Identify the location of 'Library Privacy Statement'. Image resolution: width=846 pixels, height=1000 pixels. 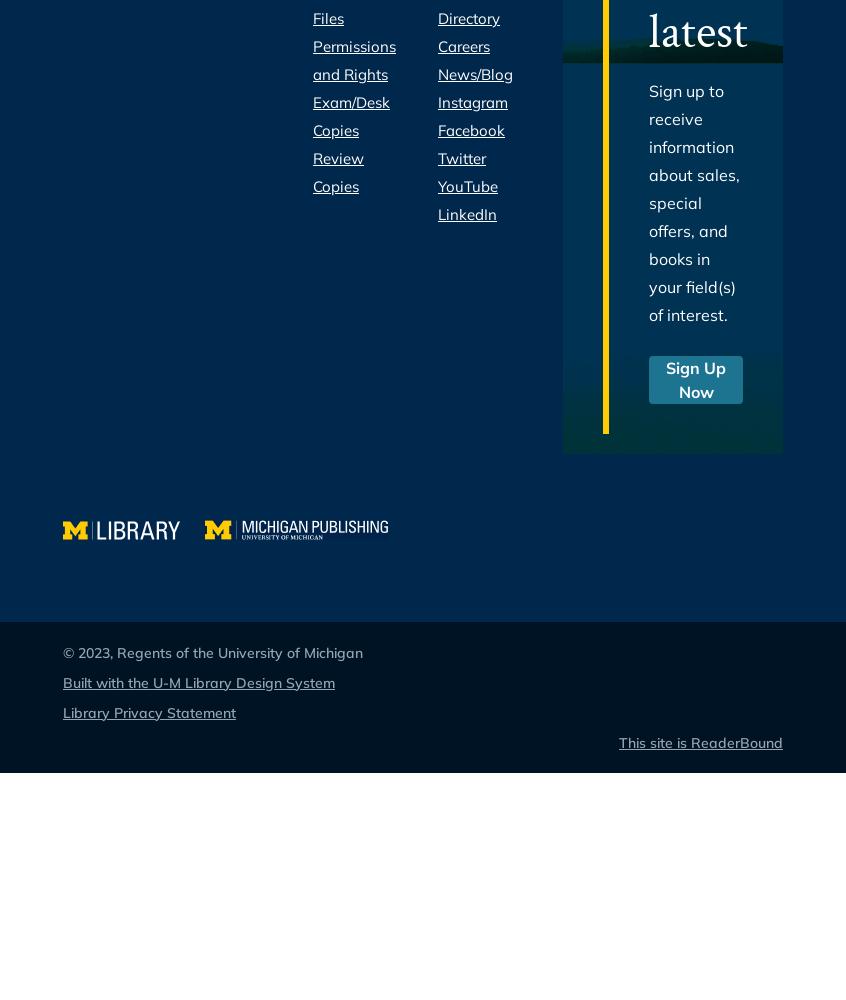
(148, 711).